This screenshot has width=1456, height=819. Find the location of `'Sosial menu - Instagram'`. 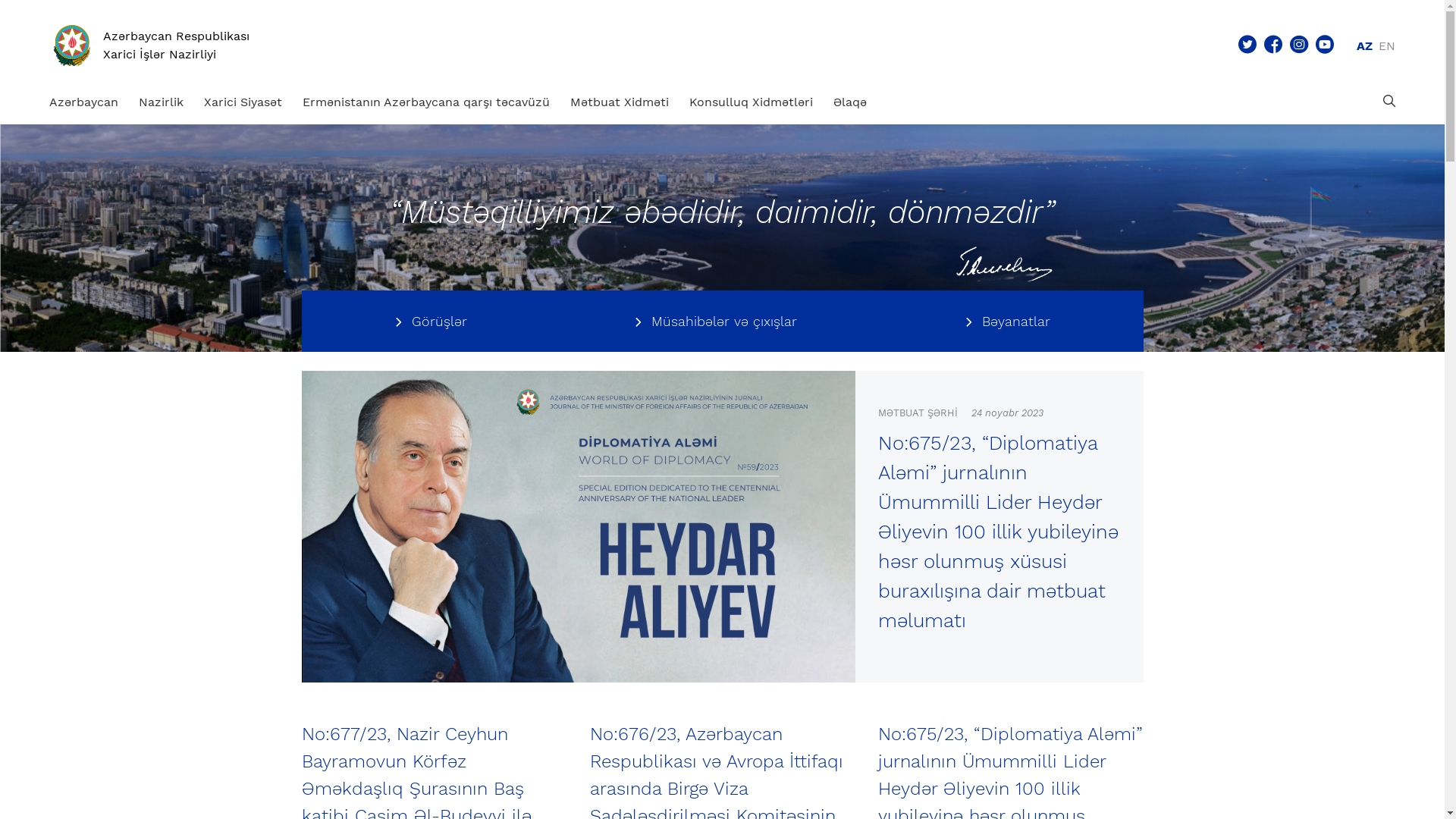

'Sosial menu - Instagram' is located at coordinates (1298, 45).